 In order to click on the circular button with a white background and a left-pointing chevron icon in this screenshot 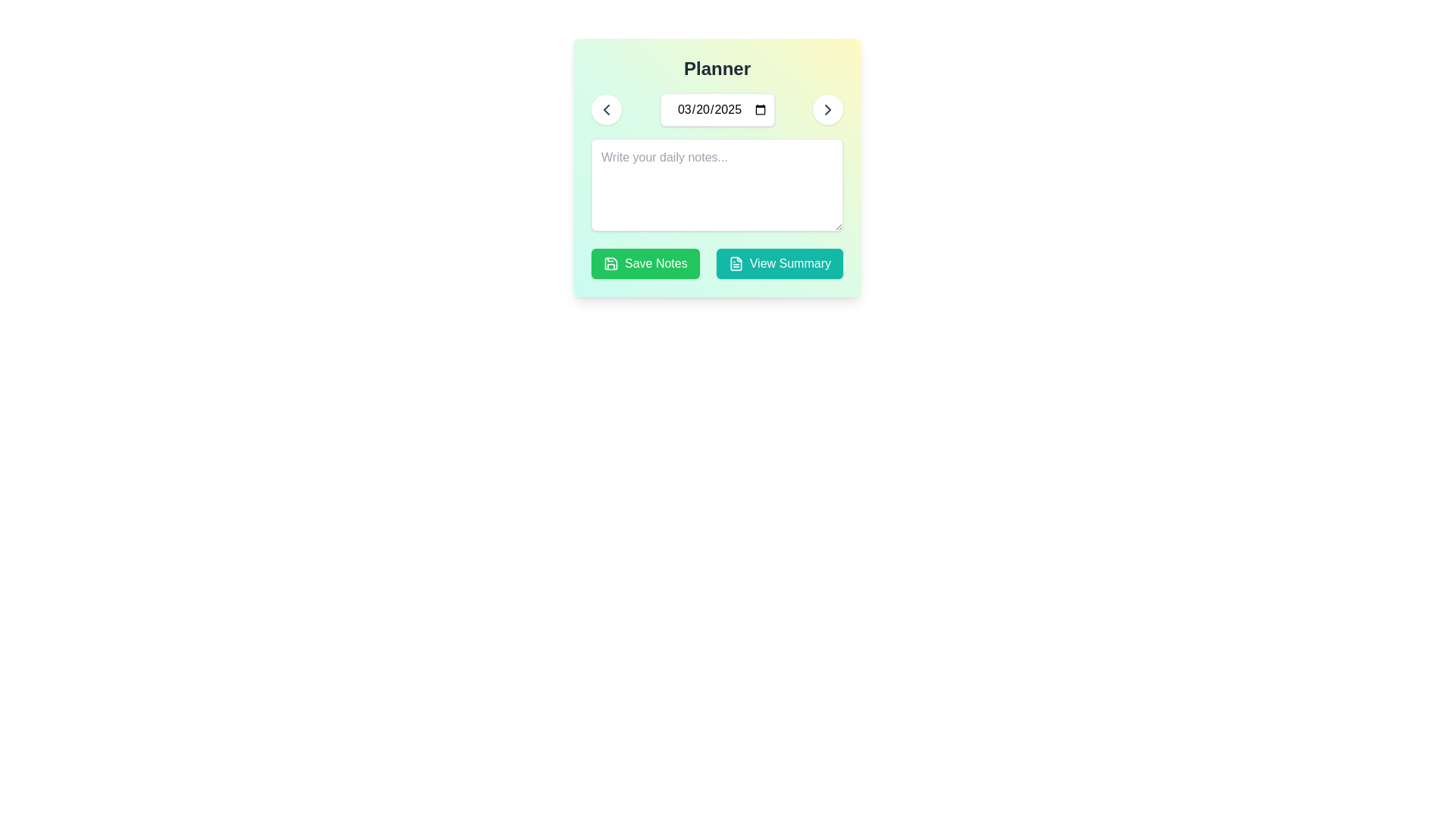, I will do `click(607, 109)`.